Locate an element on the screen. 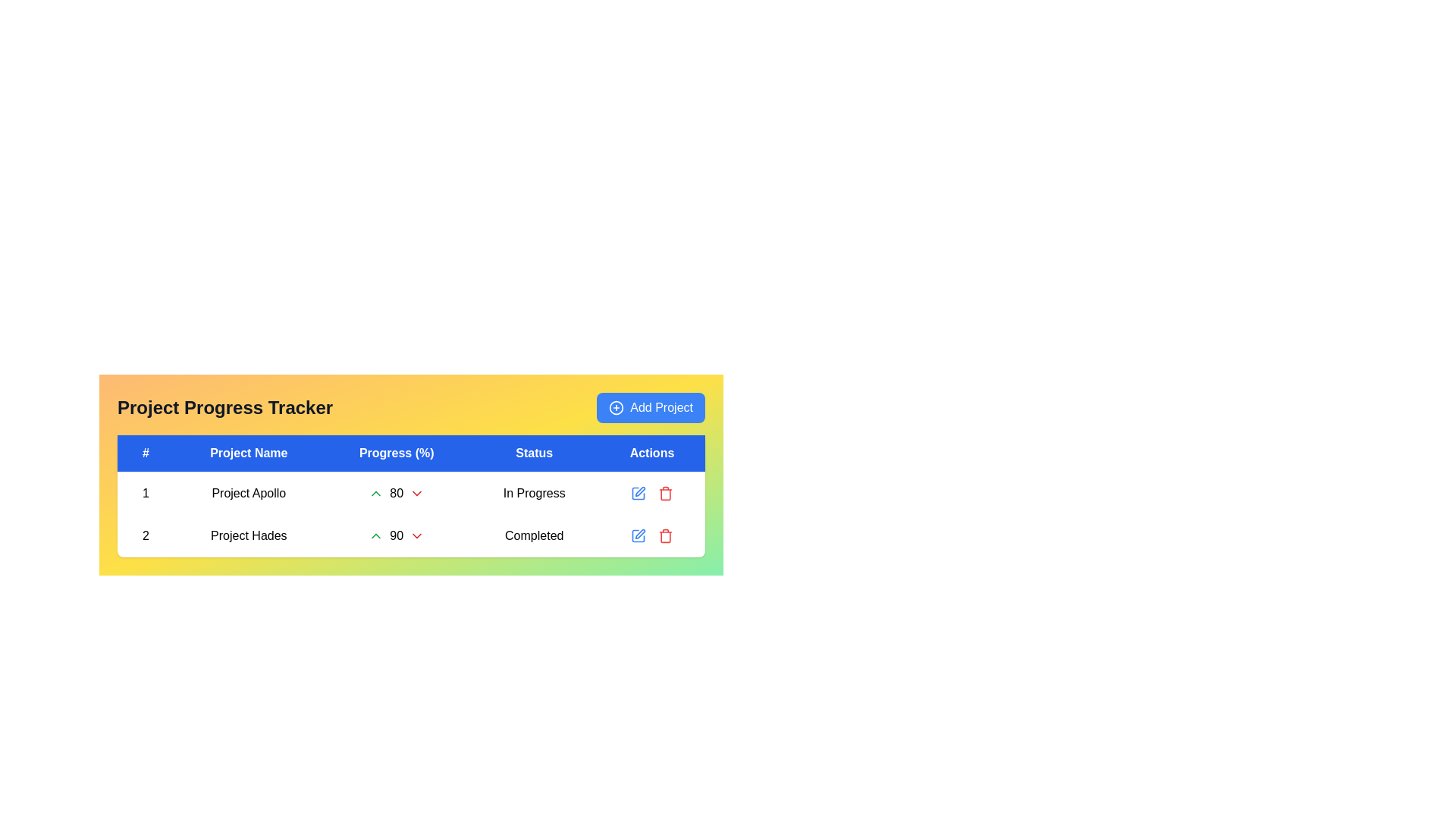 This screenshot has height=819, width=1456. the interactive elements within the data table rows, such as editing or deleting actions, which display progress information for multiple projects is located at coordinates (411, 500).